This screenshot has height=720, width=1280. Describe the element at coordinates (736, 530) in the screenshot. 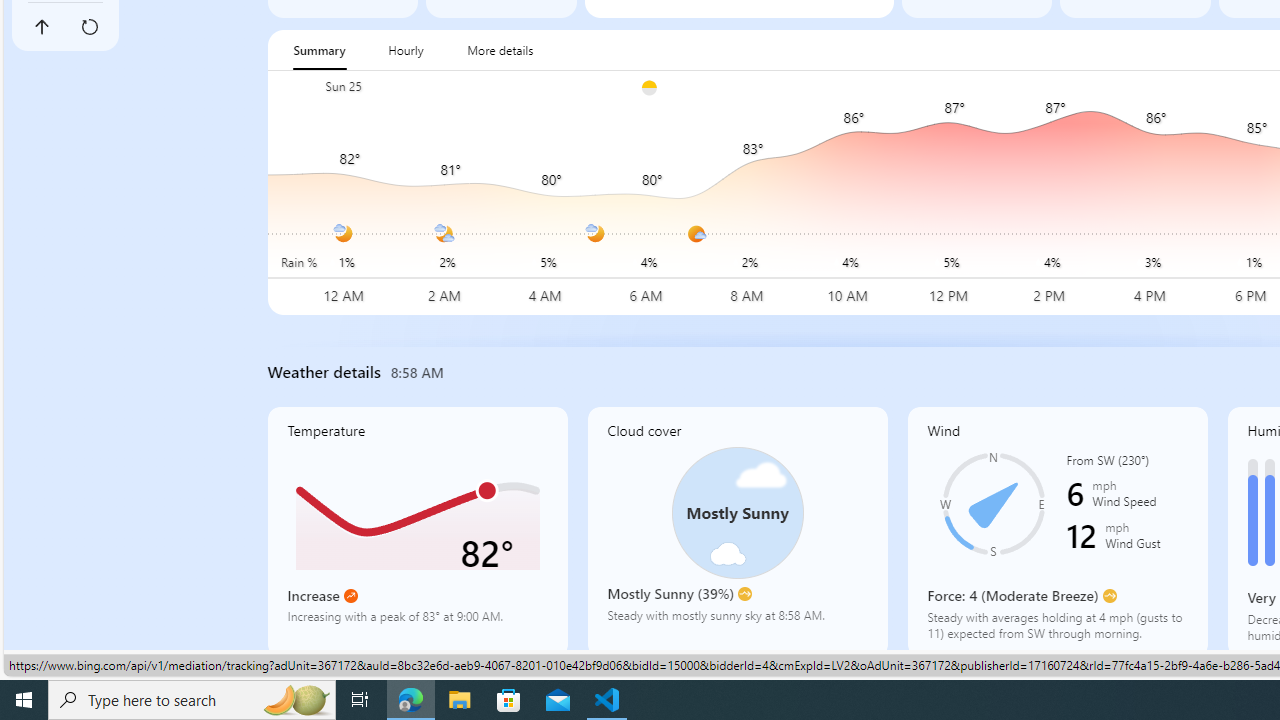

I see `'Cloud cover'` at that location.